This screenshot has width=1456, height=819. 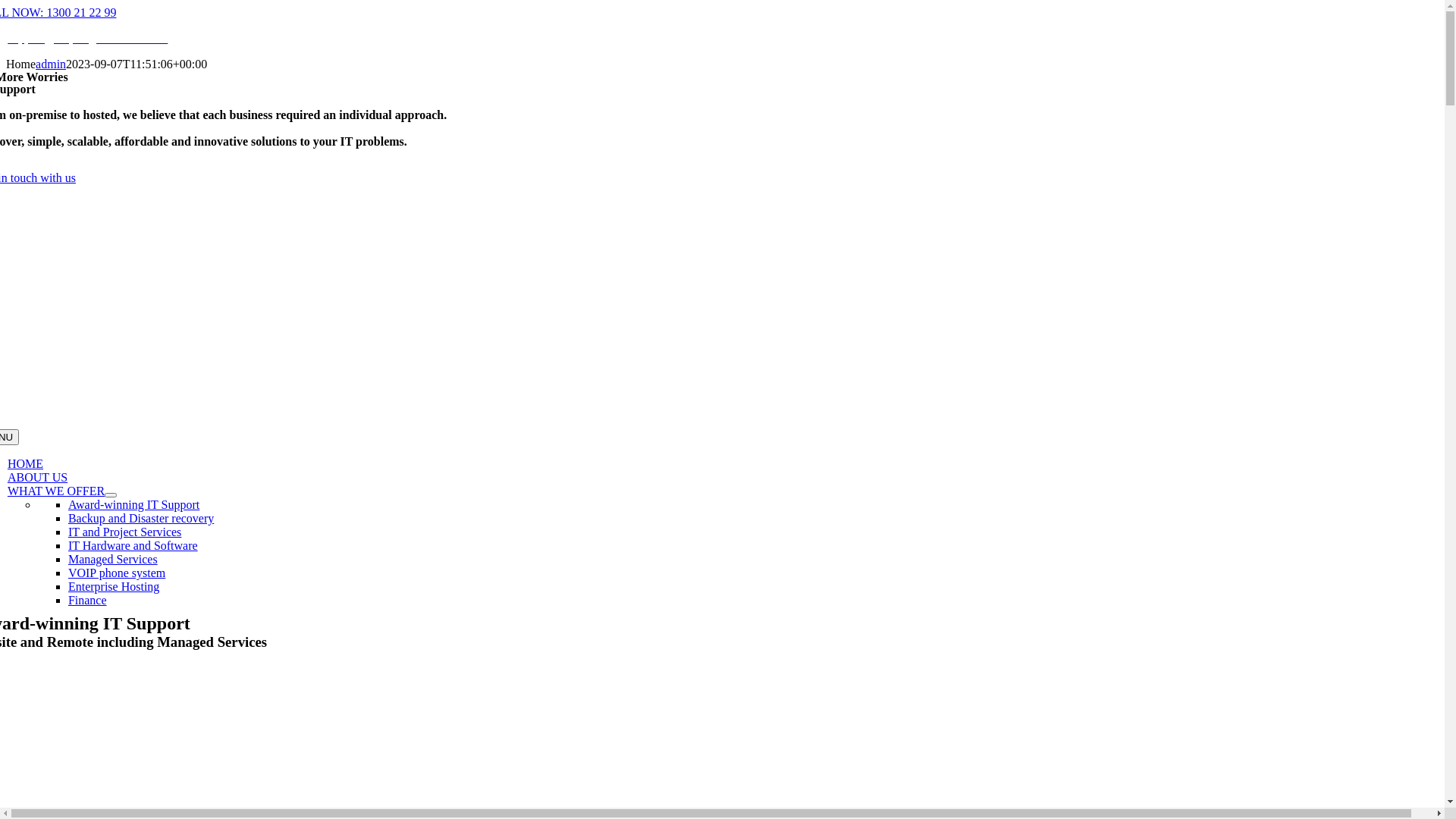 What do you see at coordinates (141, 517) in the screenshot?
I see `'Backup and Disaster recovery'` at bounding box center [141, 517].